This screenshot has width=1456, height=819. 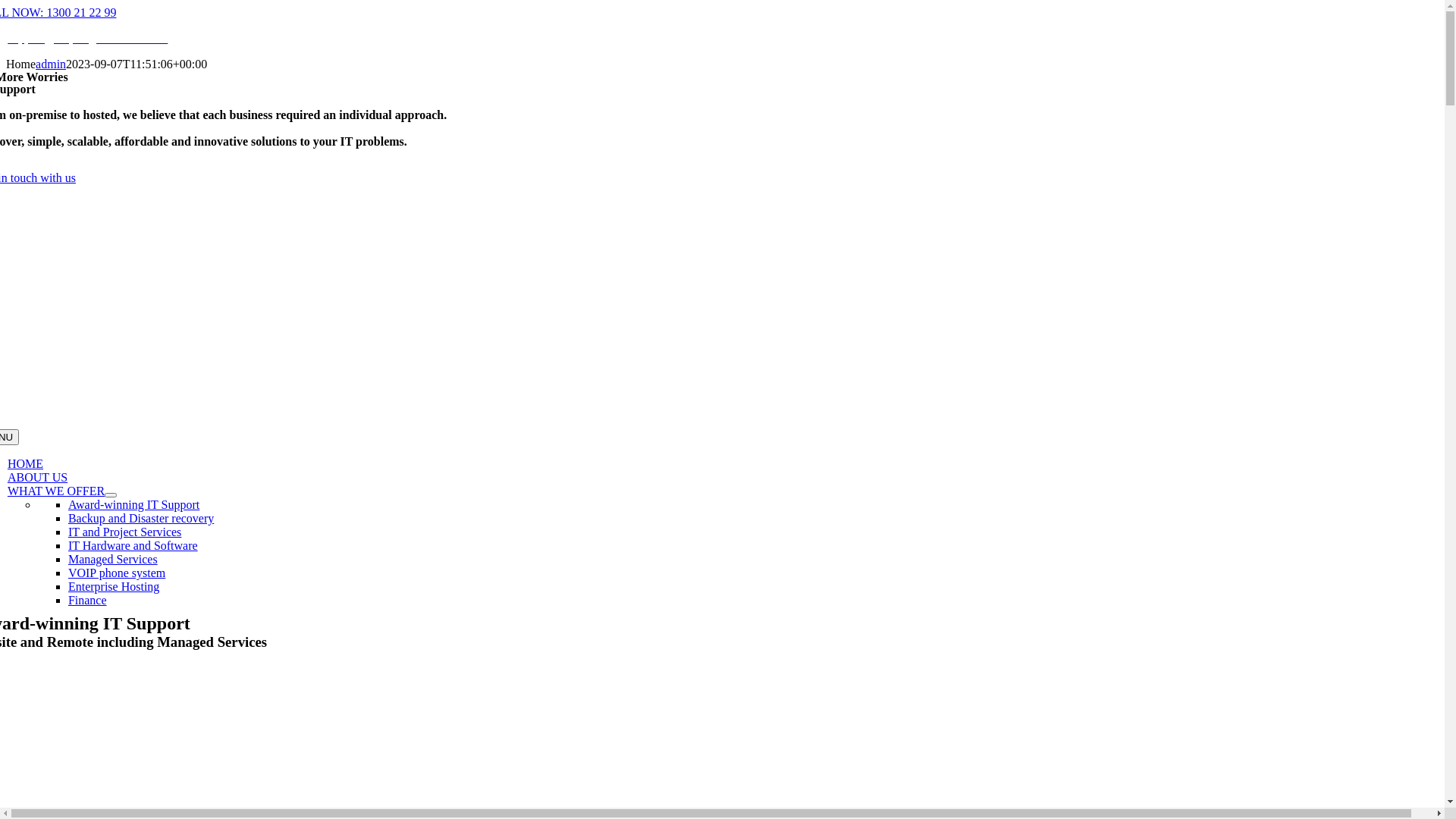 What do you see at coordinates (141, 517) in the screenshot?
I see `'Backup and Disaster recovery'` at bounding box center [141, 517].